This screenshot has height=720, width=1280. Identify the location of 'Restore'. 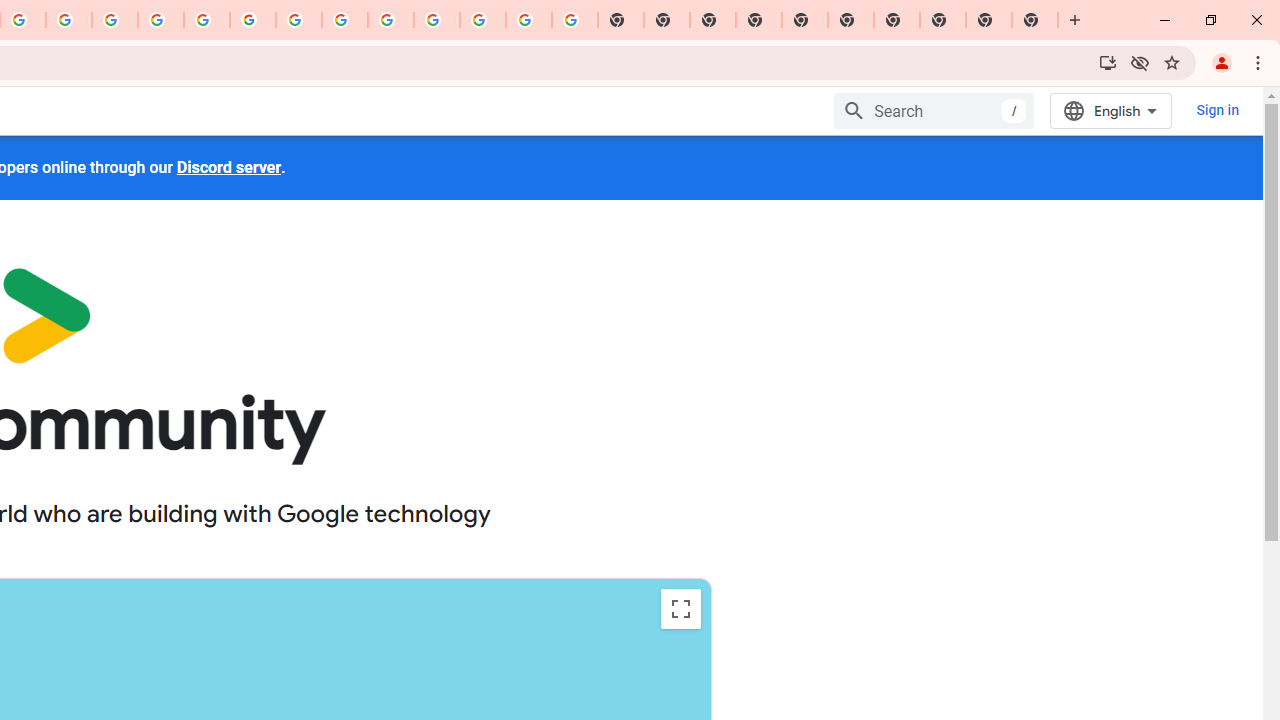
(1209, 20).